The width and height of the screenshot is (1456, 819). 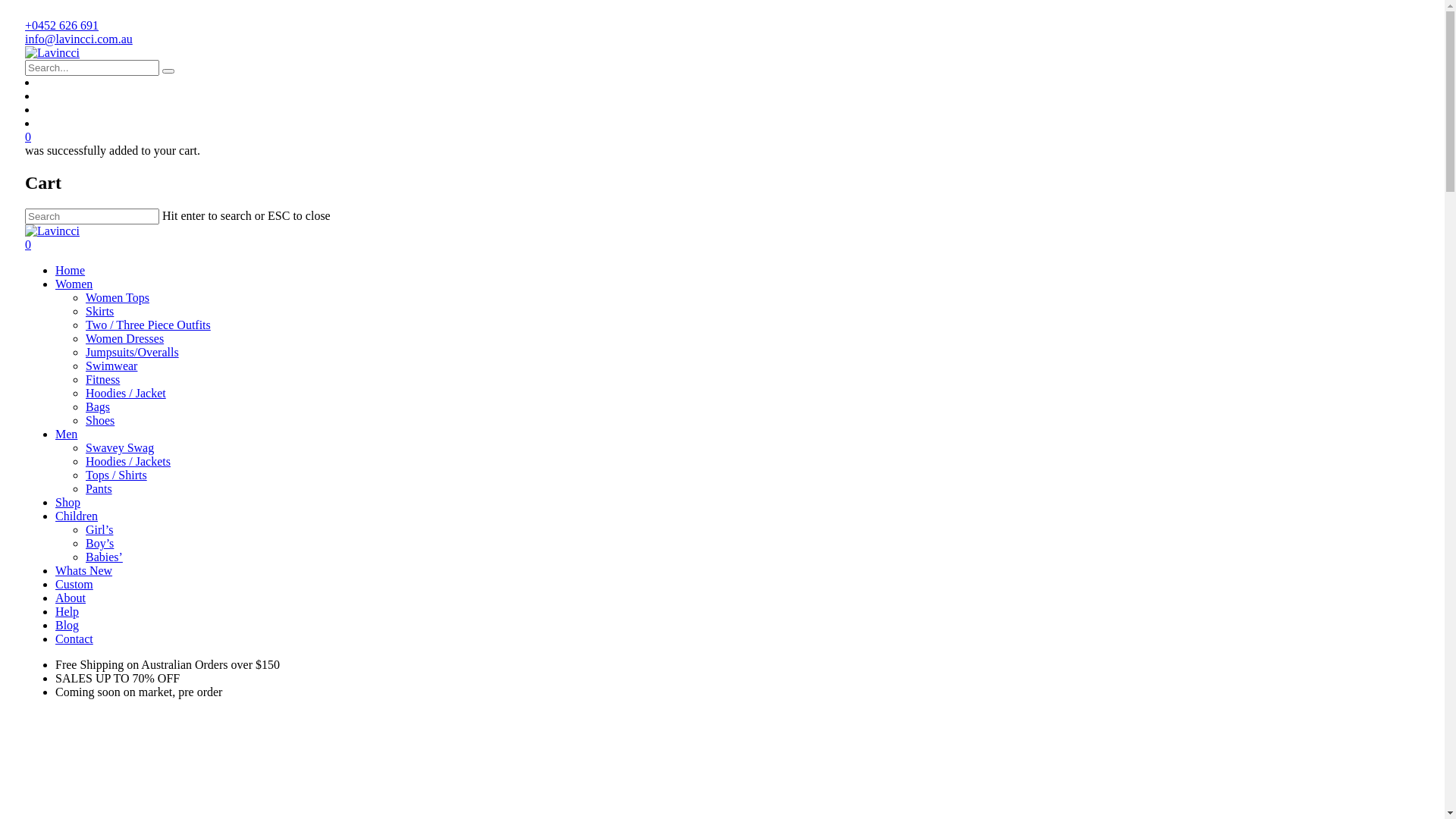 What do you see at coordinates (61, 25) in the screenshot?
I see `'+0452 626 691'` at bounding box center [61, 25].